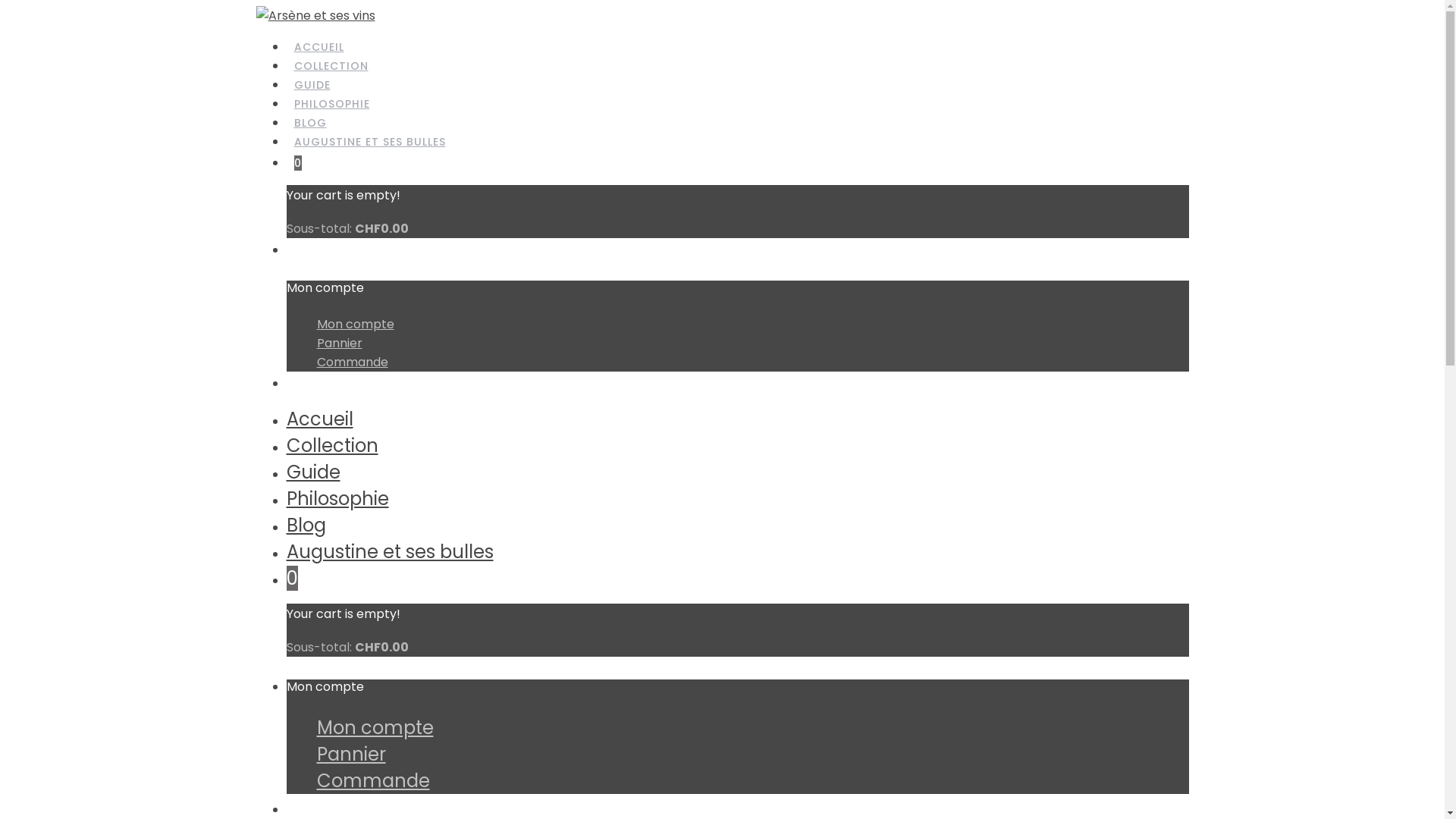 The height and width of the screenshot is (819, 1456). Describe the element at coordinates (352, 362) in the screenshot. I see `'Commande'` at that location.